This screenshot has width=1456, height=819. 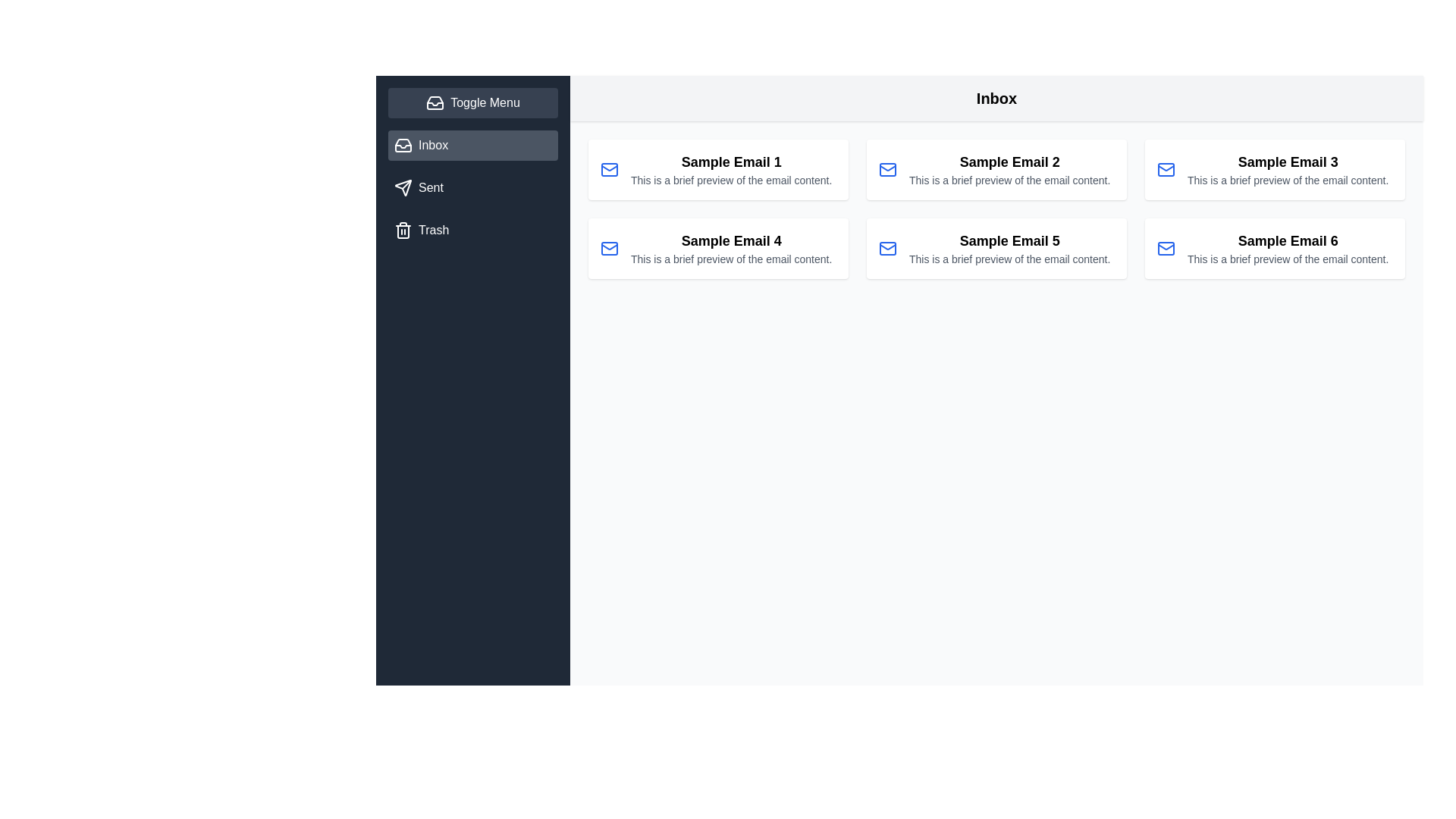 What do you see at coordinates (731, 169) in the screenshot?
I see `the clickable email preview card located in the first row and first column of the grid, next to the blue email icon` at bounding box center [731, 169].